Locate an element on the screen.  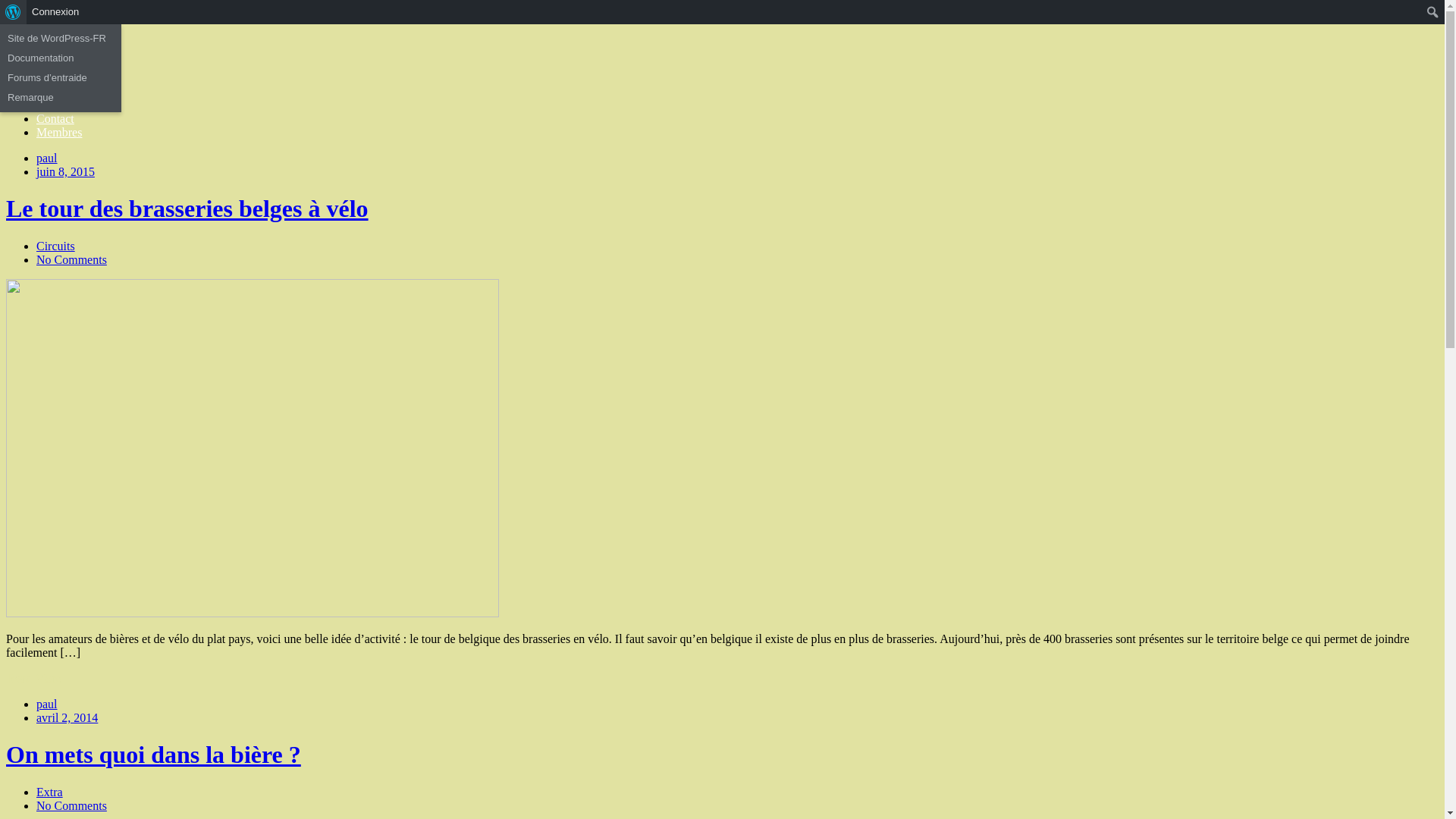
'Connexion' is located at coordinates (55, 11).